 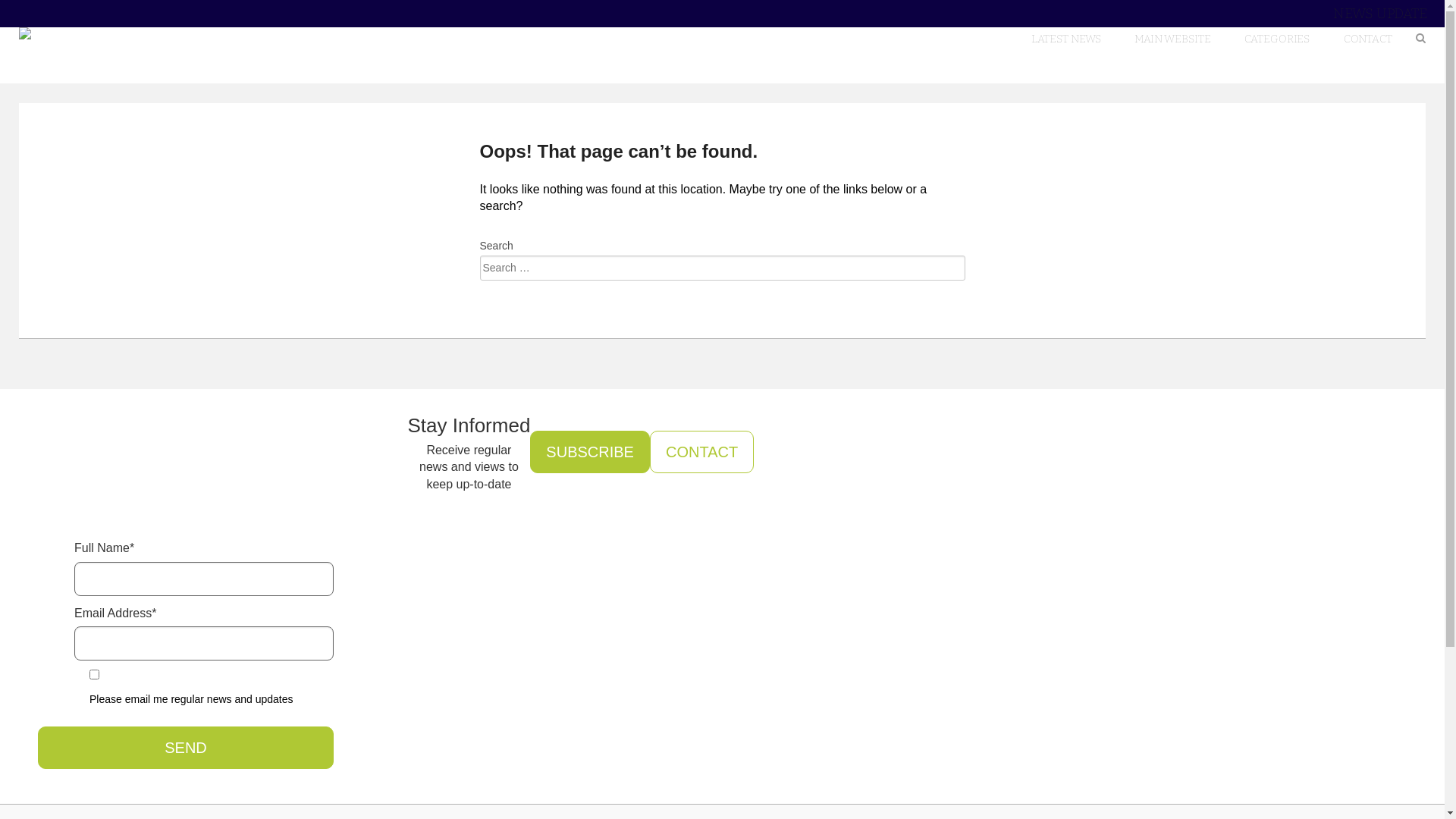 What do you see at coordinates (184, 747) in the screenshot?
I see `'Send'` at bounding box center [184, 747].